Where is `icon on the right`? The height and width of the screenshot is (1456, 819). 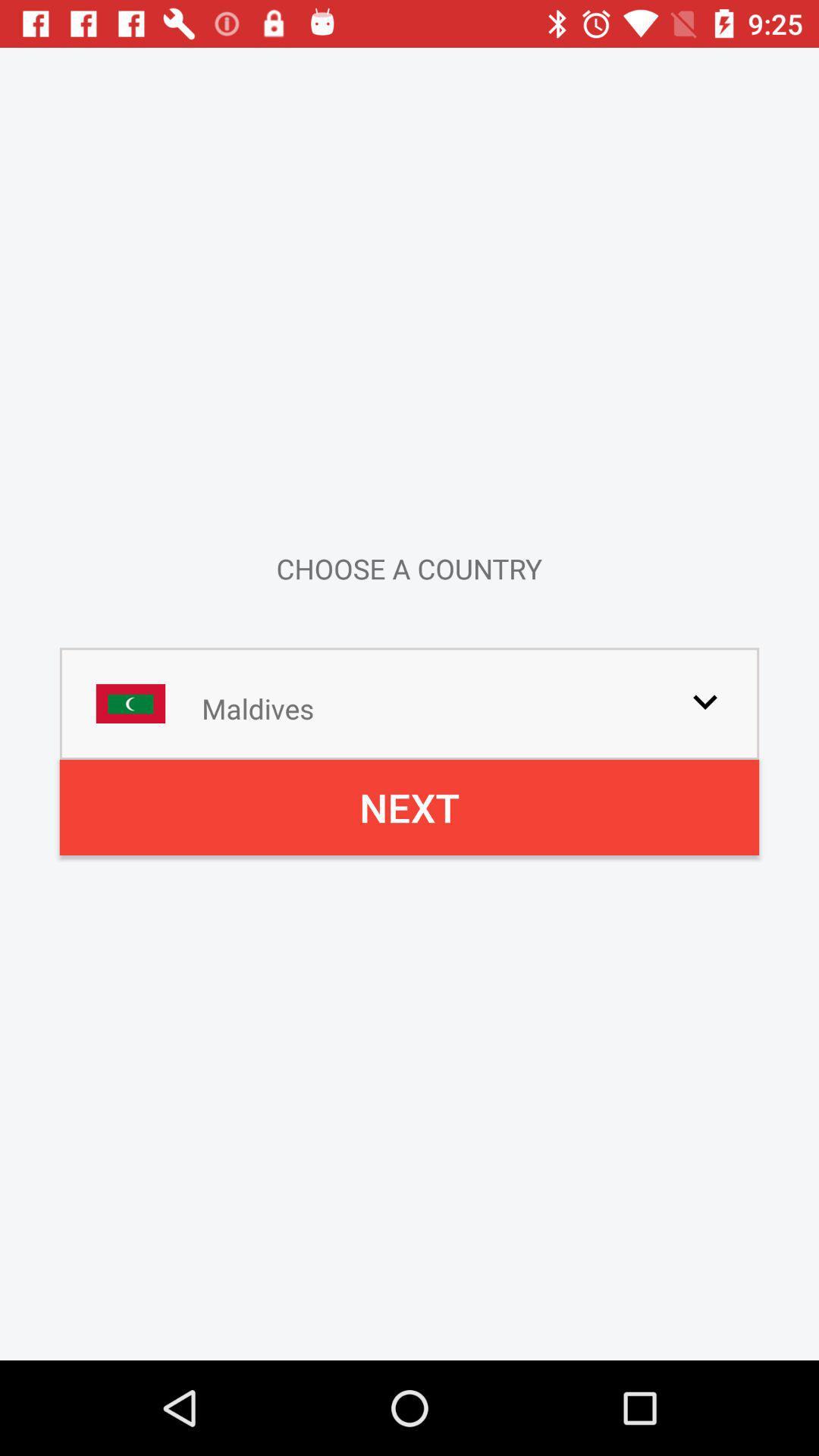 icon on the right is located at coordinates (704, 701).